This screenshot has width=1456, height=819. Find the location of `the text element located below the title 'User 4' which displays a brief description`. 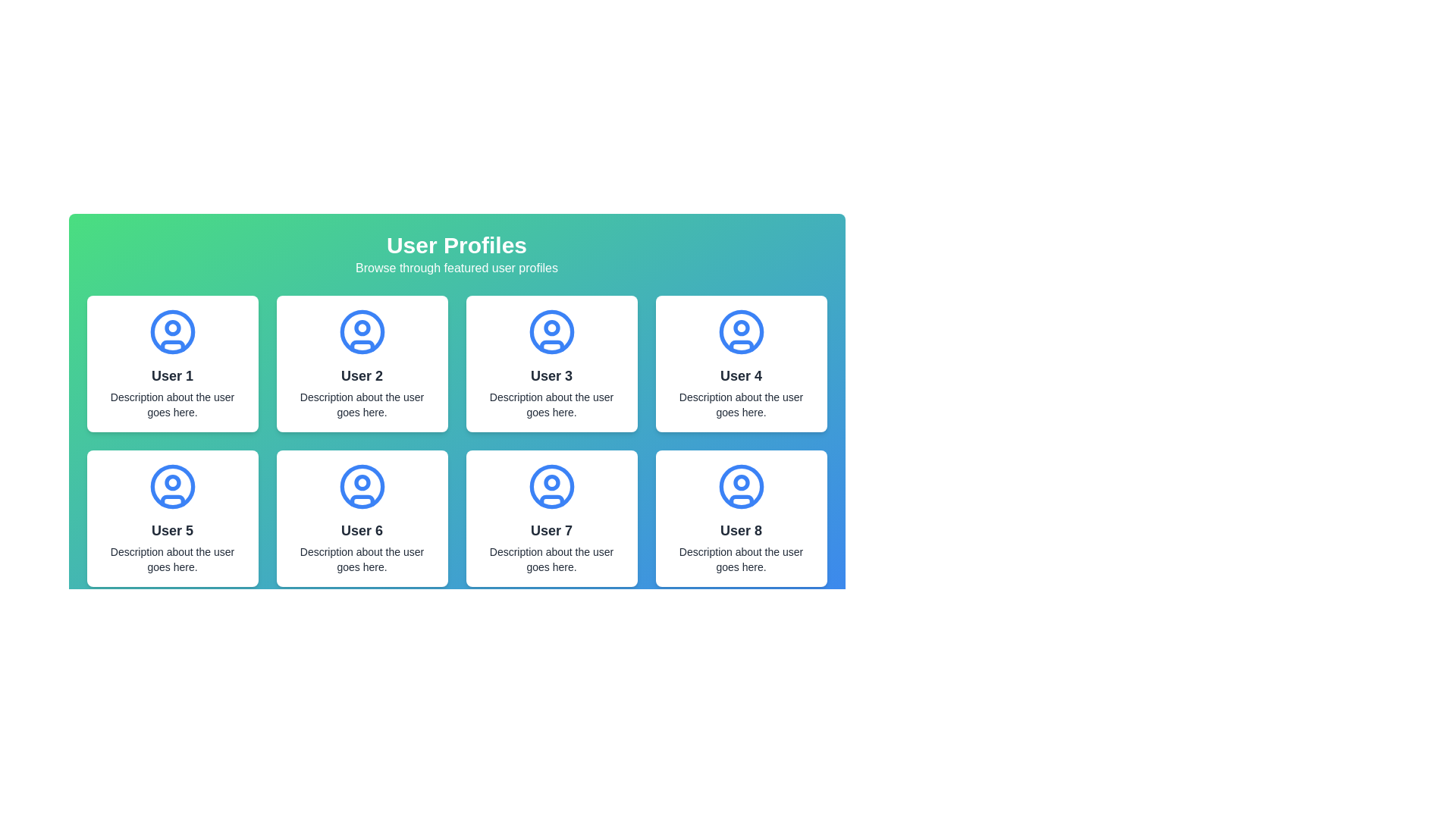

the text element located below the title 'User 4' which displays a brief description is located at coordinates (741, 403).